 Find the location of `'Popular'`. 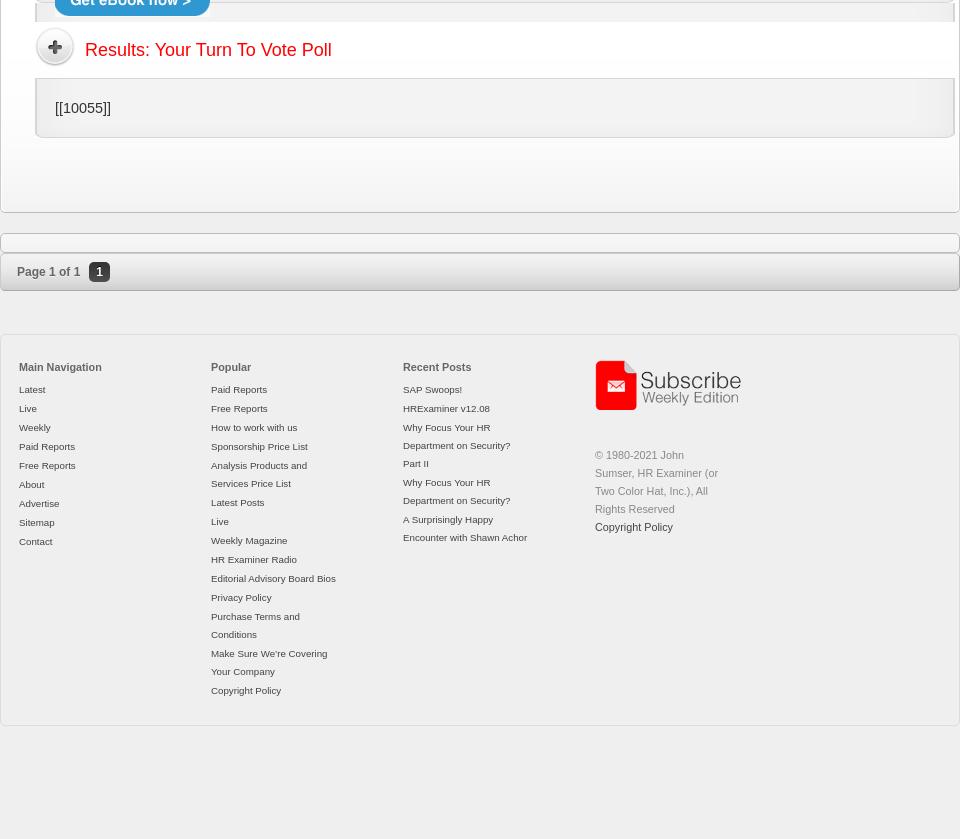

'Popular' is located at coordinates (230, 365).